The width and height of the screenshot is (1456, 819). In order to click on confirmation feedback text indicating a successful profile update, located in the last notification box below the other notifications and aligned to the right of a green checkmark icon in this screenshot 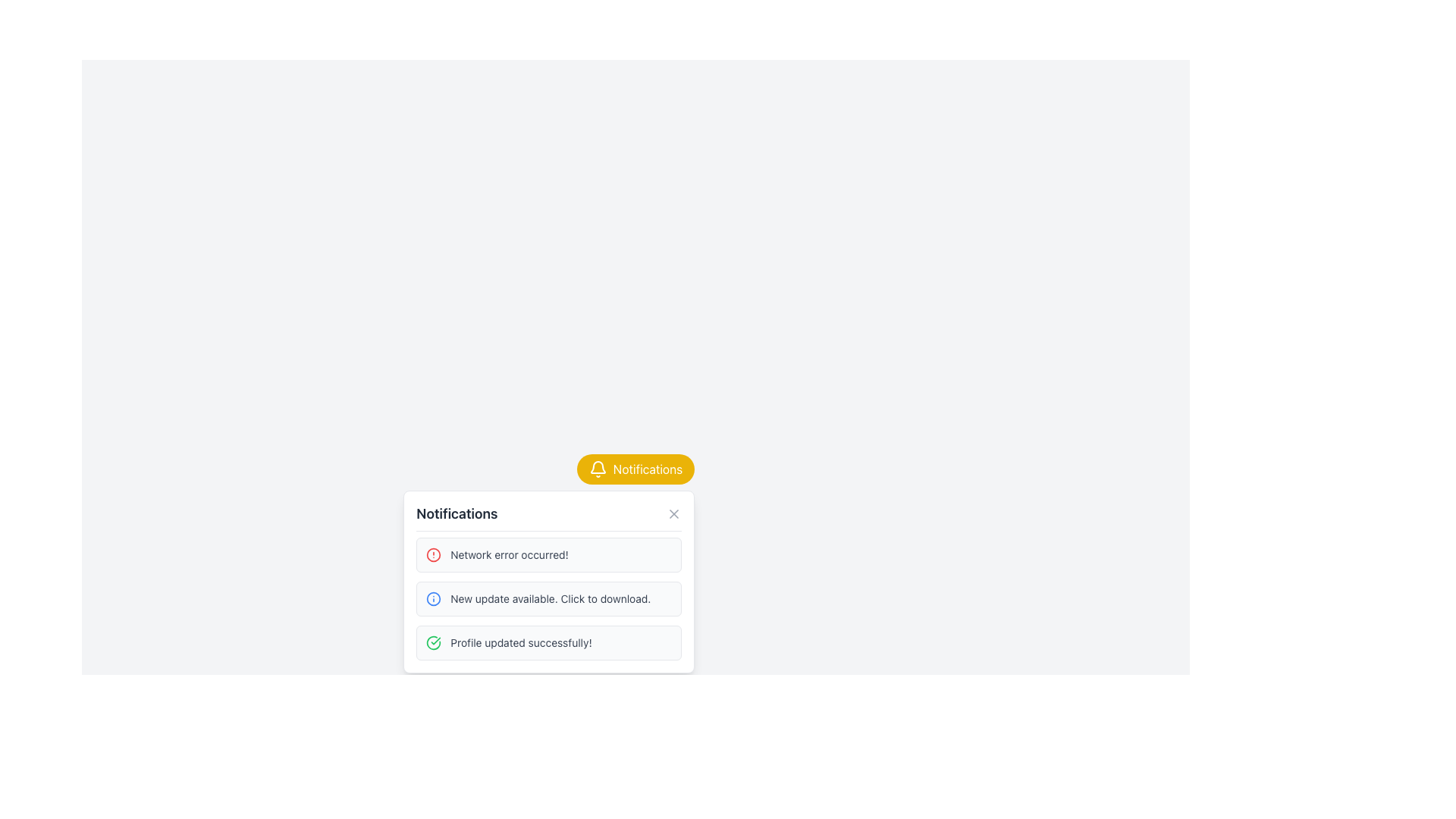, I will do `click(521, 643)`.